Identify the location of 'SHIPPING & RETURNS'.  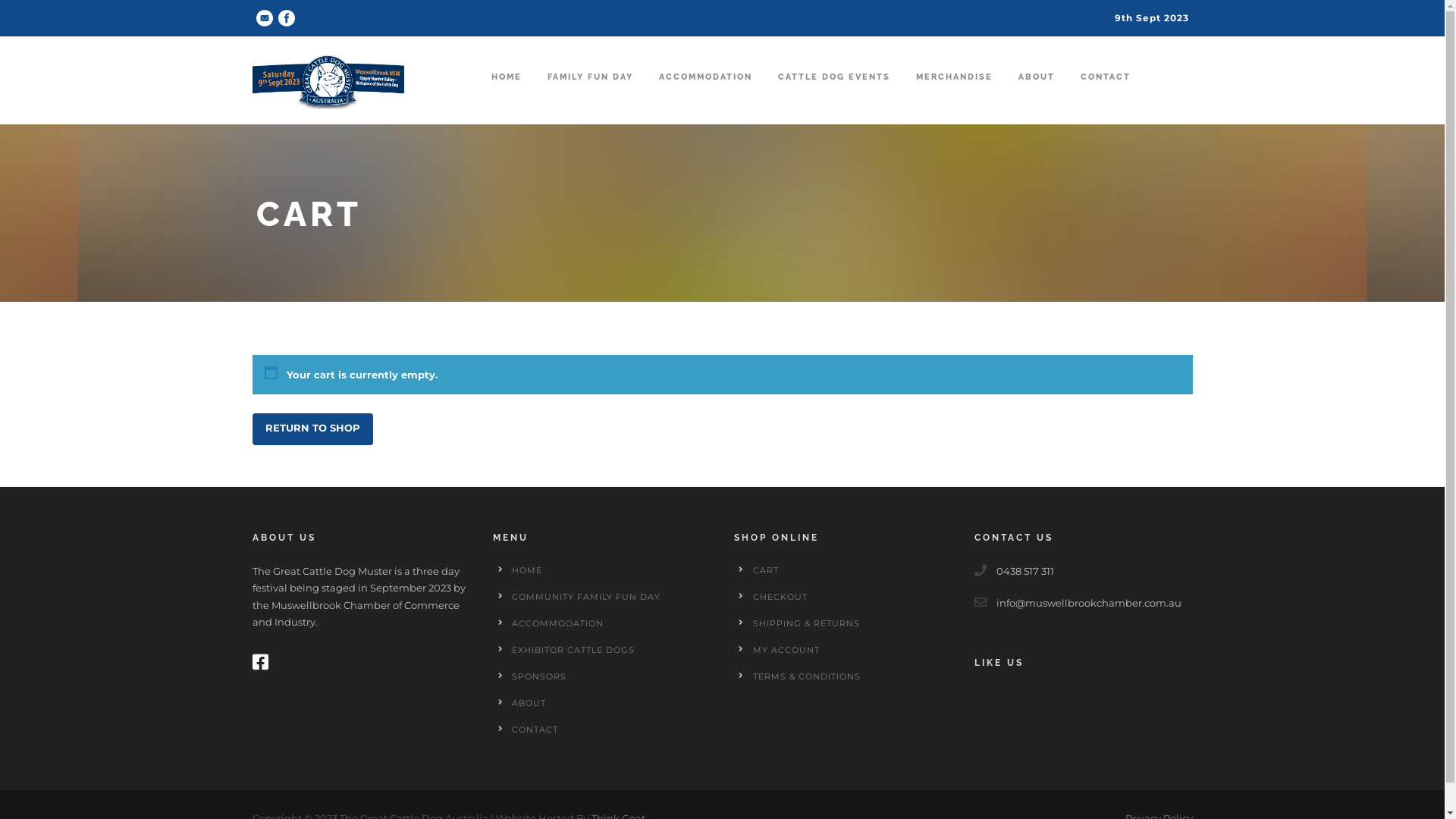
(805, 623).